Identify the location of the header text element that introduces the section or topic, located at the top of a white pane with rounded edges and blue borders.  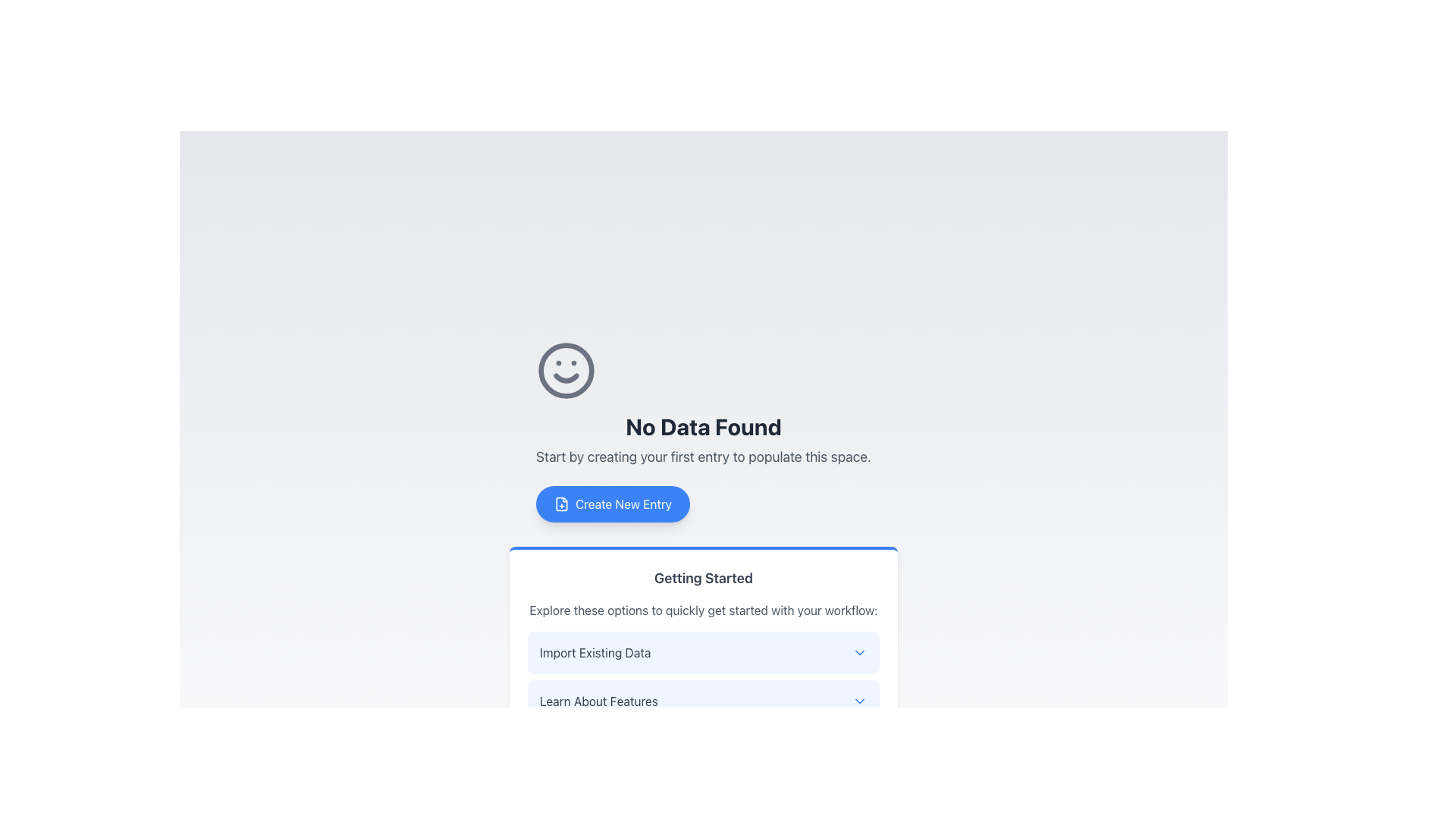
(702, 579).